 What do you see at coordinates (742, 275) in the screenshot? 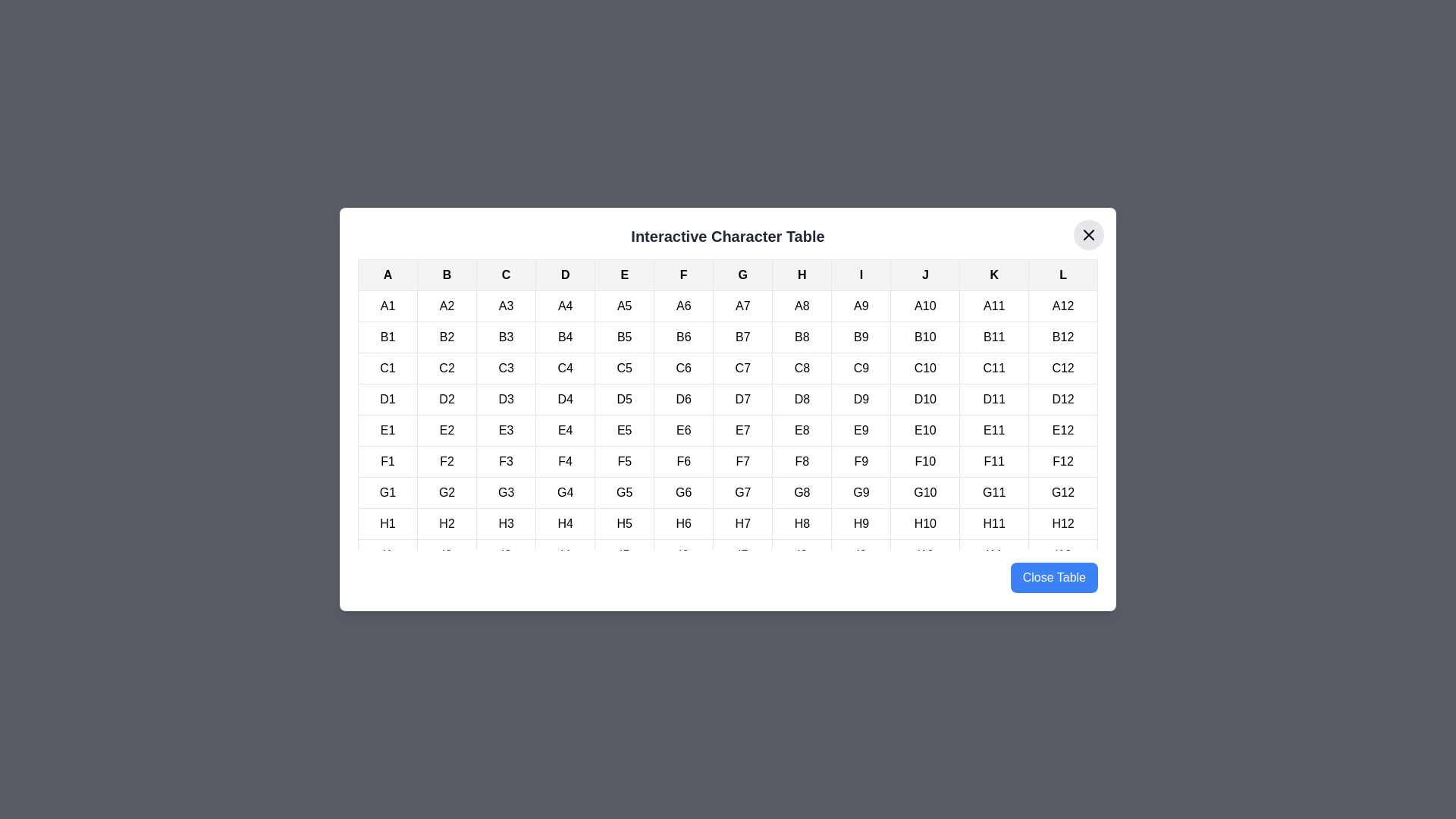
I see `the table header cell labeled G to highlight its column` at bounding box center [742, 275].